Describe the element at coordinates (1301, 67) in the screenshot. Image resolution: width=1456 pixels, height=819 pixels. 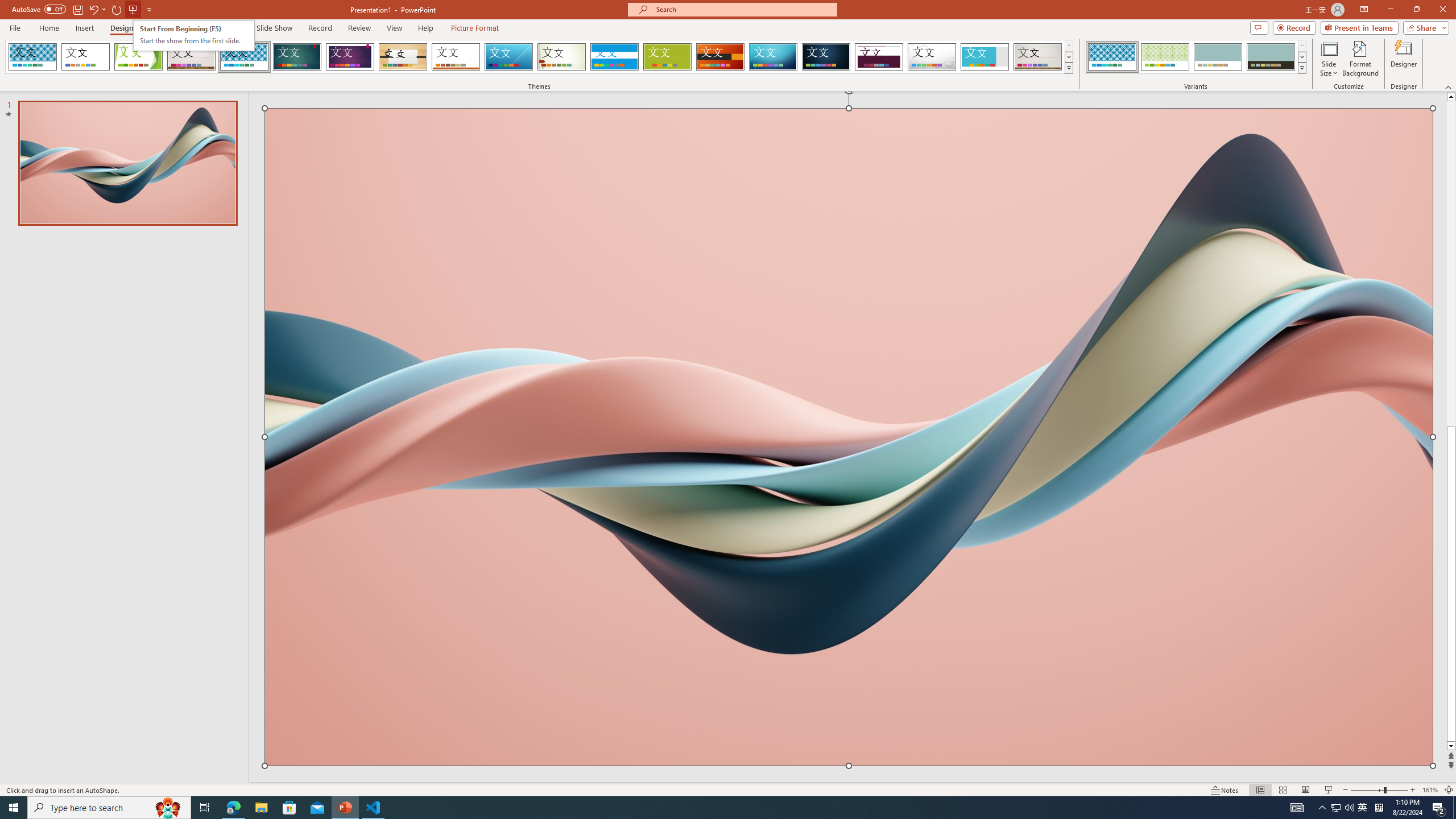
I see `'Variants'` at that location.